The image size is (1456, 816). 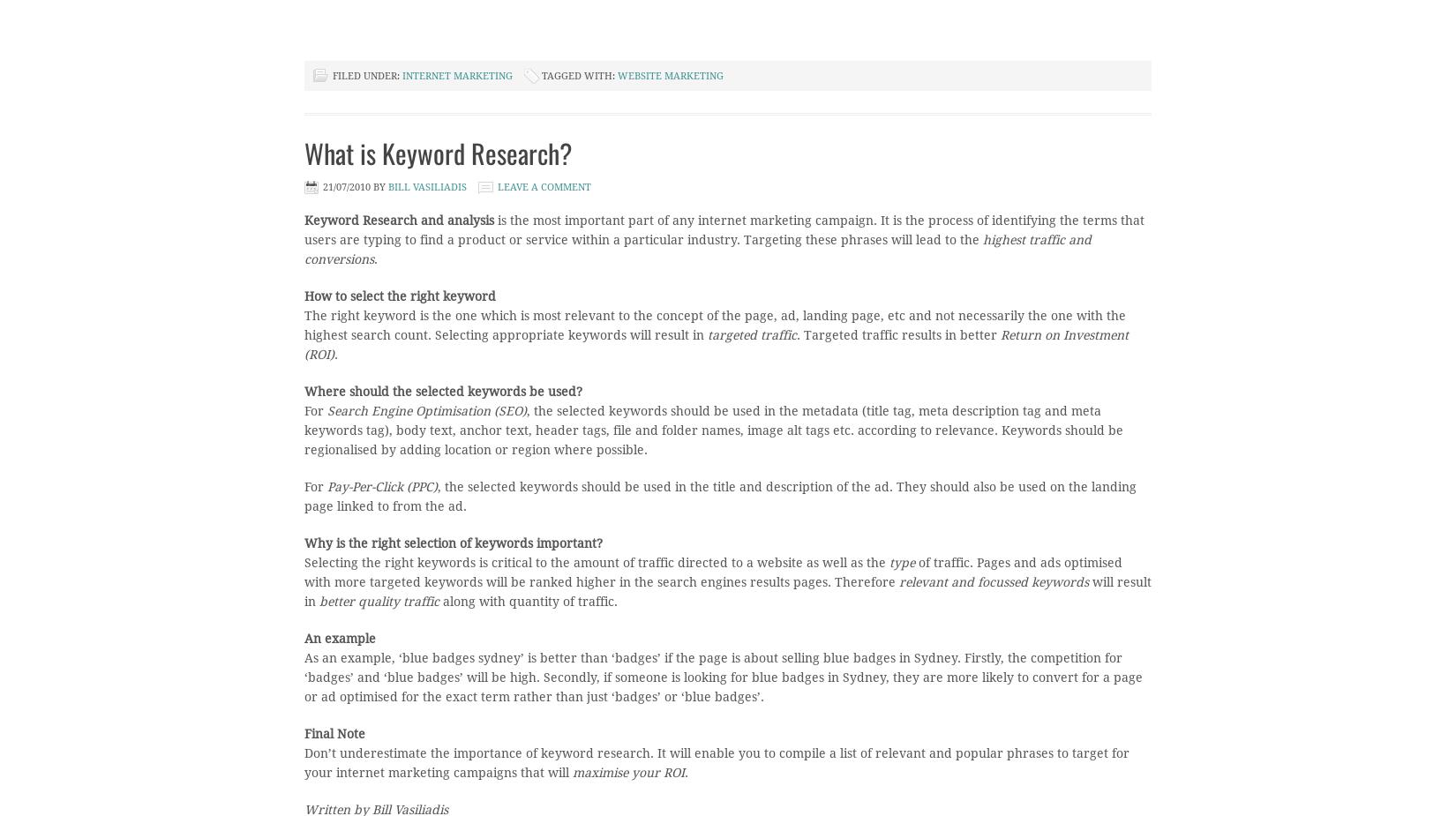 What do you see at coordinates (898, 333) in the screenshot?
I see `'. Targeted traffic results in better'` at bounding box center [898, 333].